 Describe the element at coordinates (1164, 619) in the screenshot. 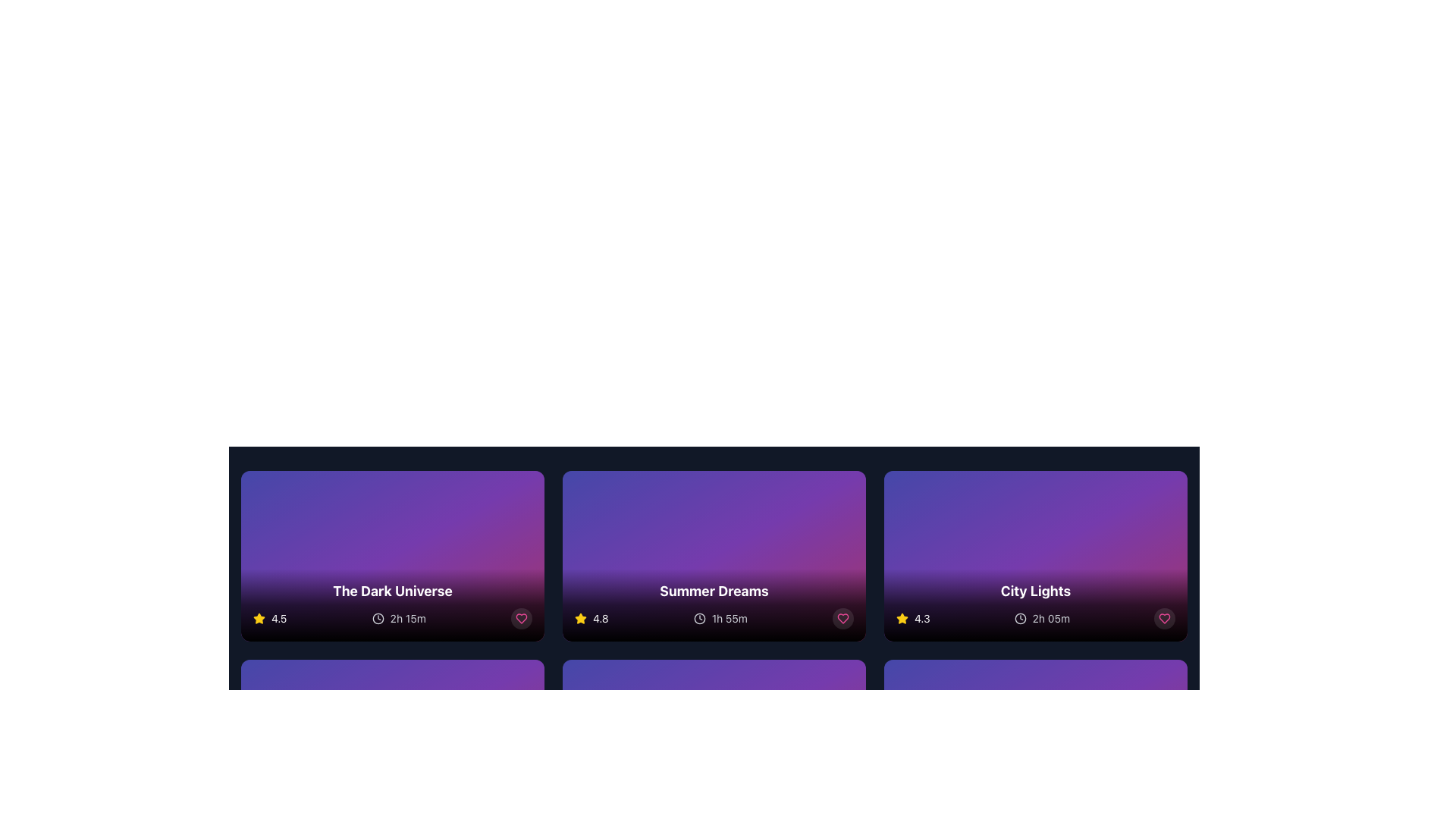

I see `the heart icon at the bottom right corner of the 'City Lights' card to mark it as a favorite` at that location.